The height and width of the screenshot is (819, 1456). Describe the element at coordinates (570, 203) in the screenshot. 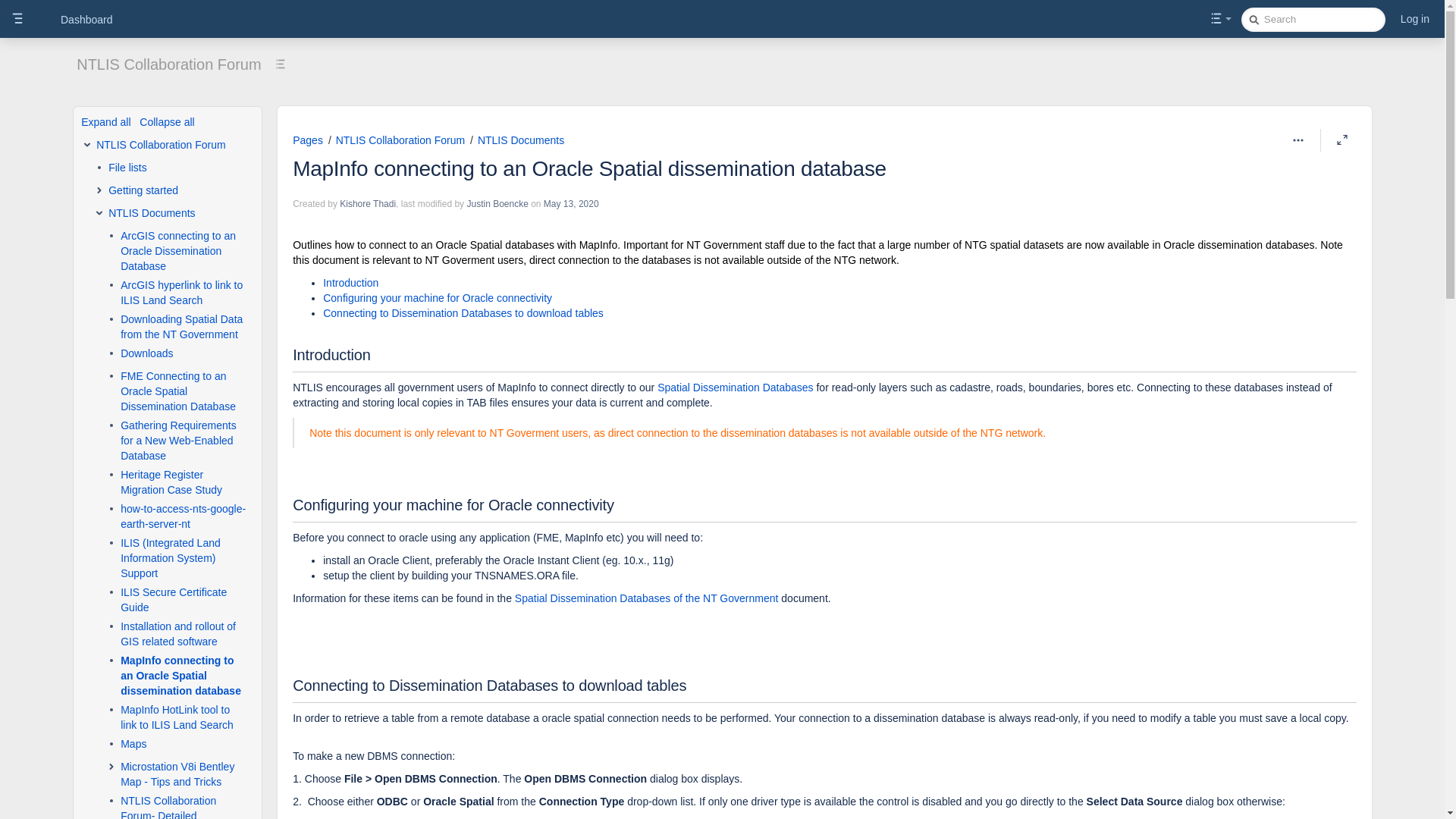

I see `'May 13, 2020'` at that location.